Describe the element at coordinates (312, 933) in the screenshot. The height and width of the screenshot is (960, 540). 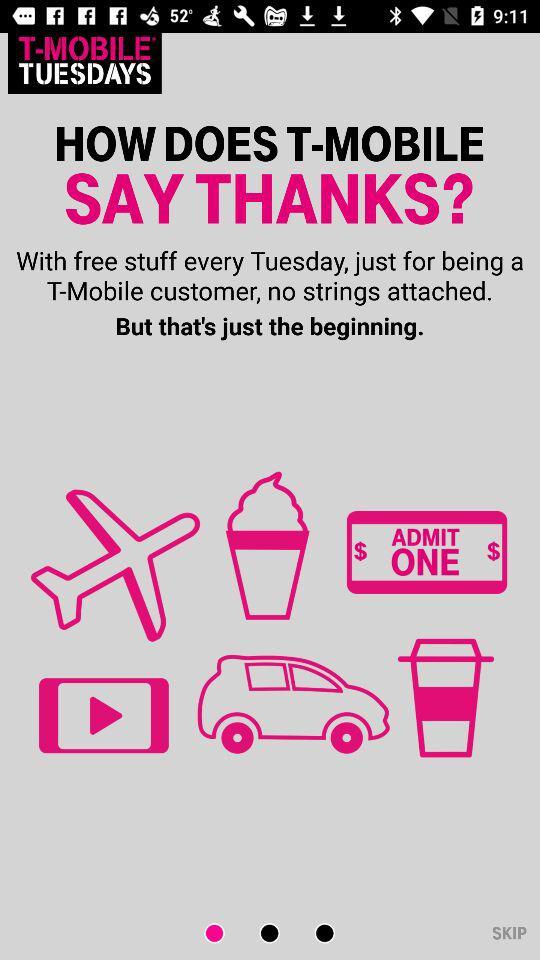
I see `next` at that location.